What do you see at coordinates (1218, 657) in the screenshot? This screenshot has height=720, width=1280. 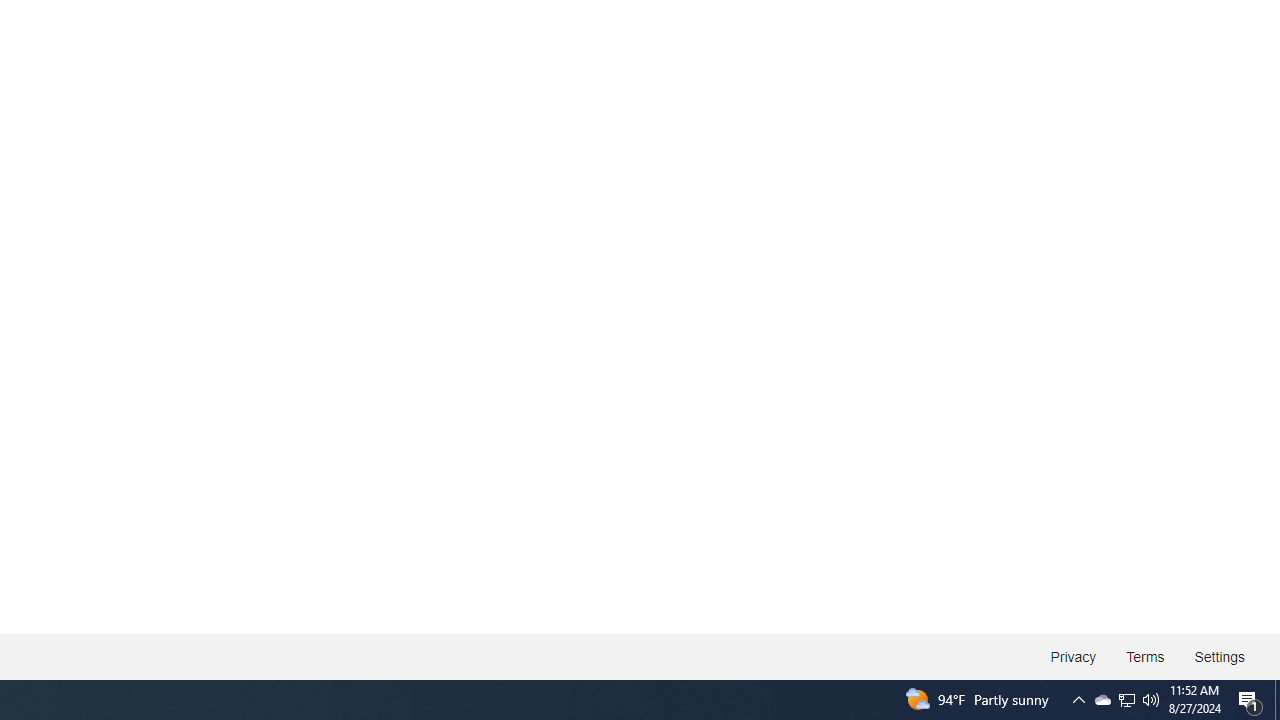 I see `'Settings'` at bounding box center [1218, 657].